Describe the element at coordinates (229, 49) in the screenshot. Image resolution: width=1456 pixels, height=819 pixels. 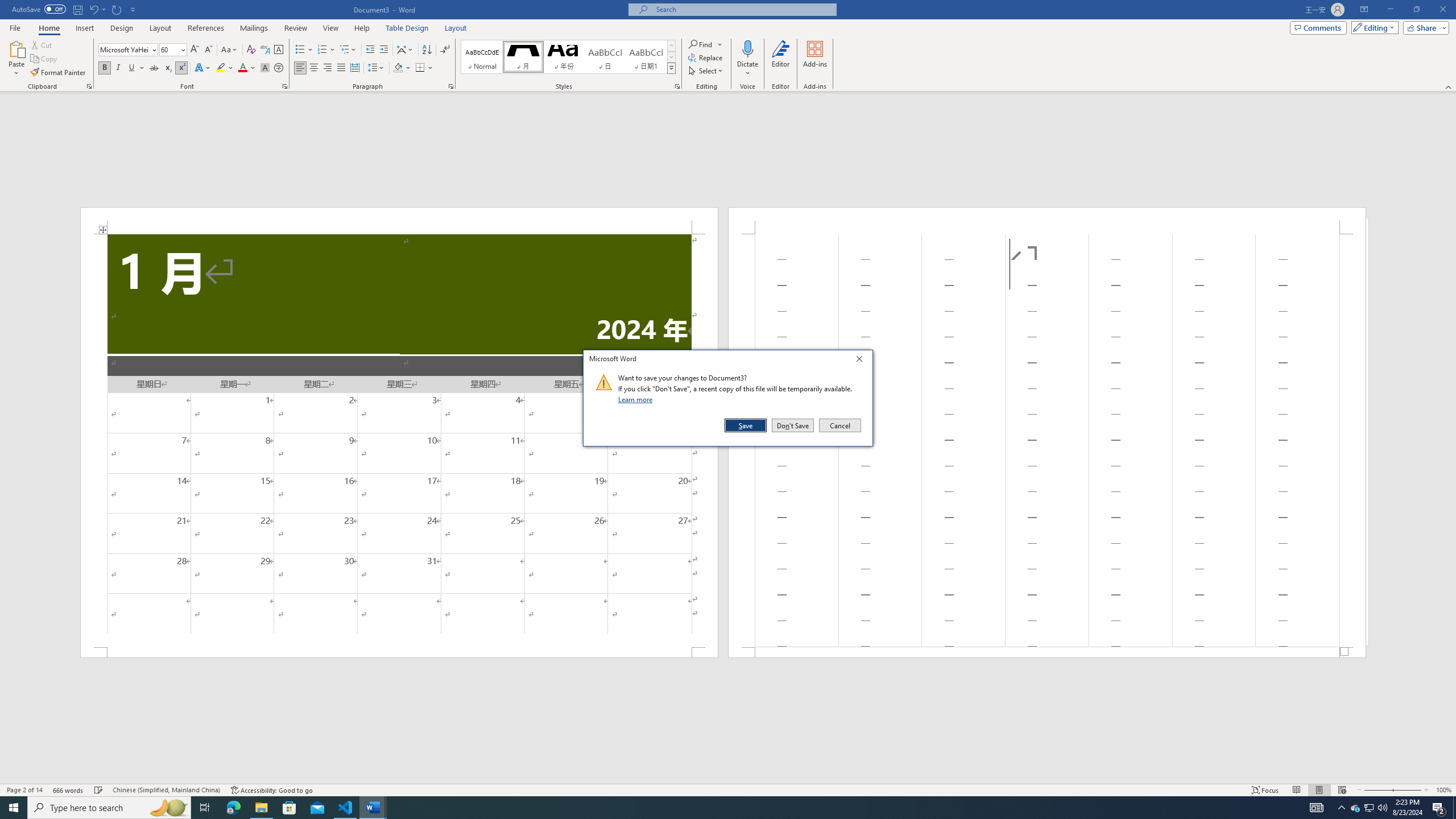
I see `'Change Case'` at that location.